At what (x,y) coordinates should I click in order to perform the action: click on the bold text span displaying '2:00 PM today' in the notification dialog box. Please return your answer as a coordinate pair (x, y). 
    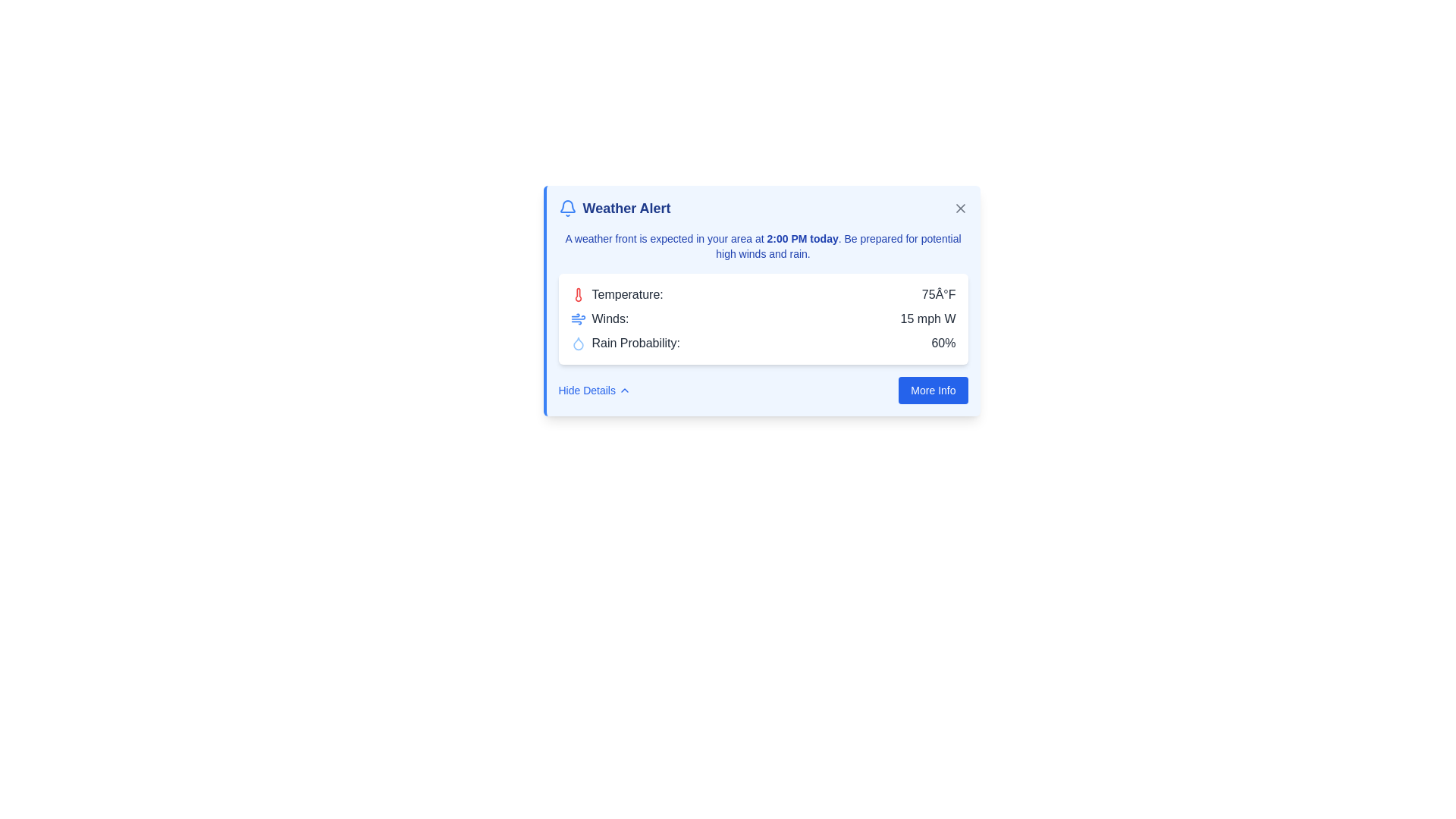
    Looking at the image, I should click on (802, 239).